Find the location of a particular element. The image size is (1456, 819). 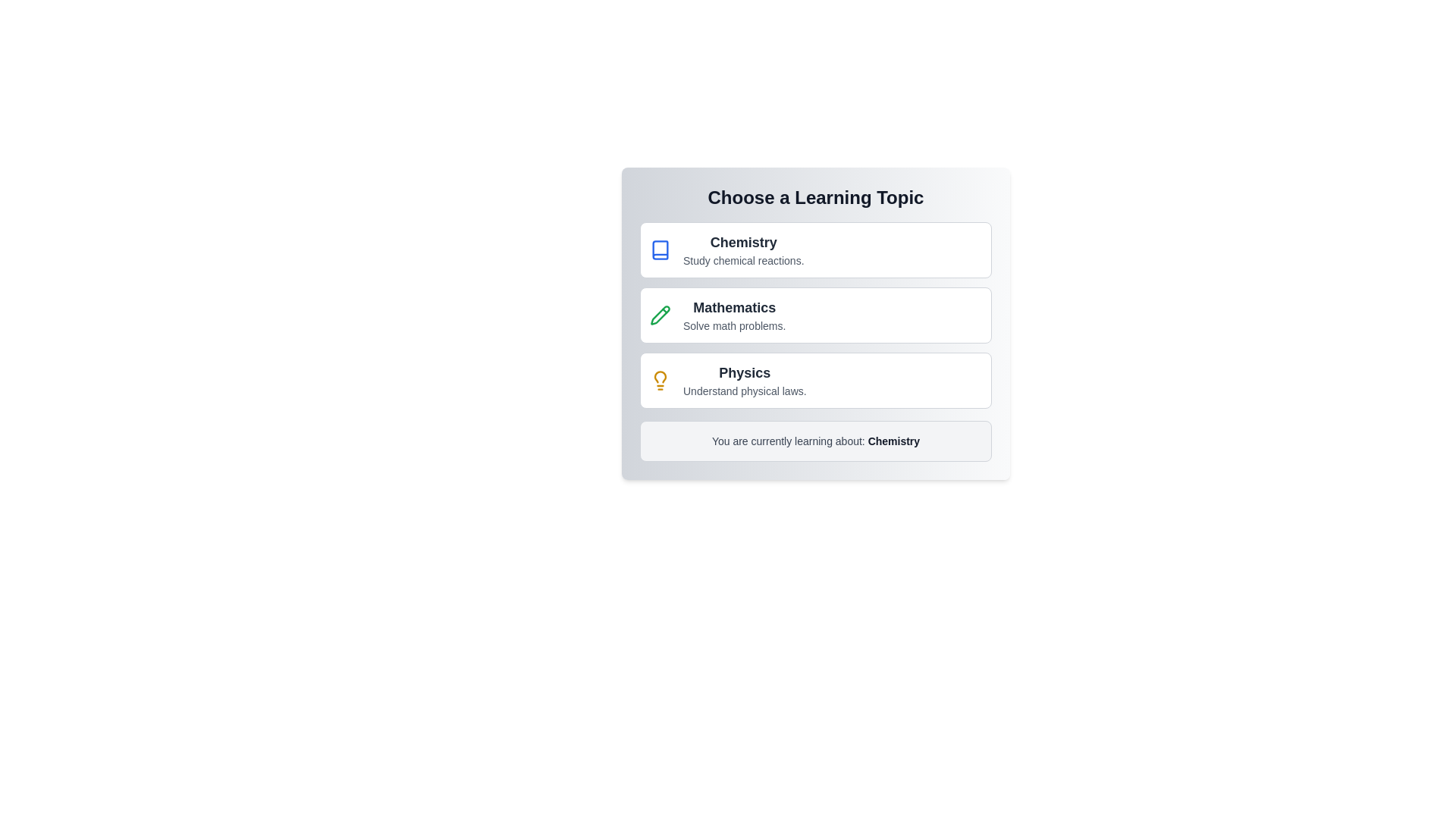

the second item in the vertically arranged list of learning topics is located at coordinates (814, 315).